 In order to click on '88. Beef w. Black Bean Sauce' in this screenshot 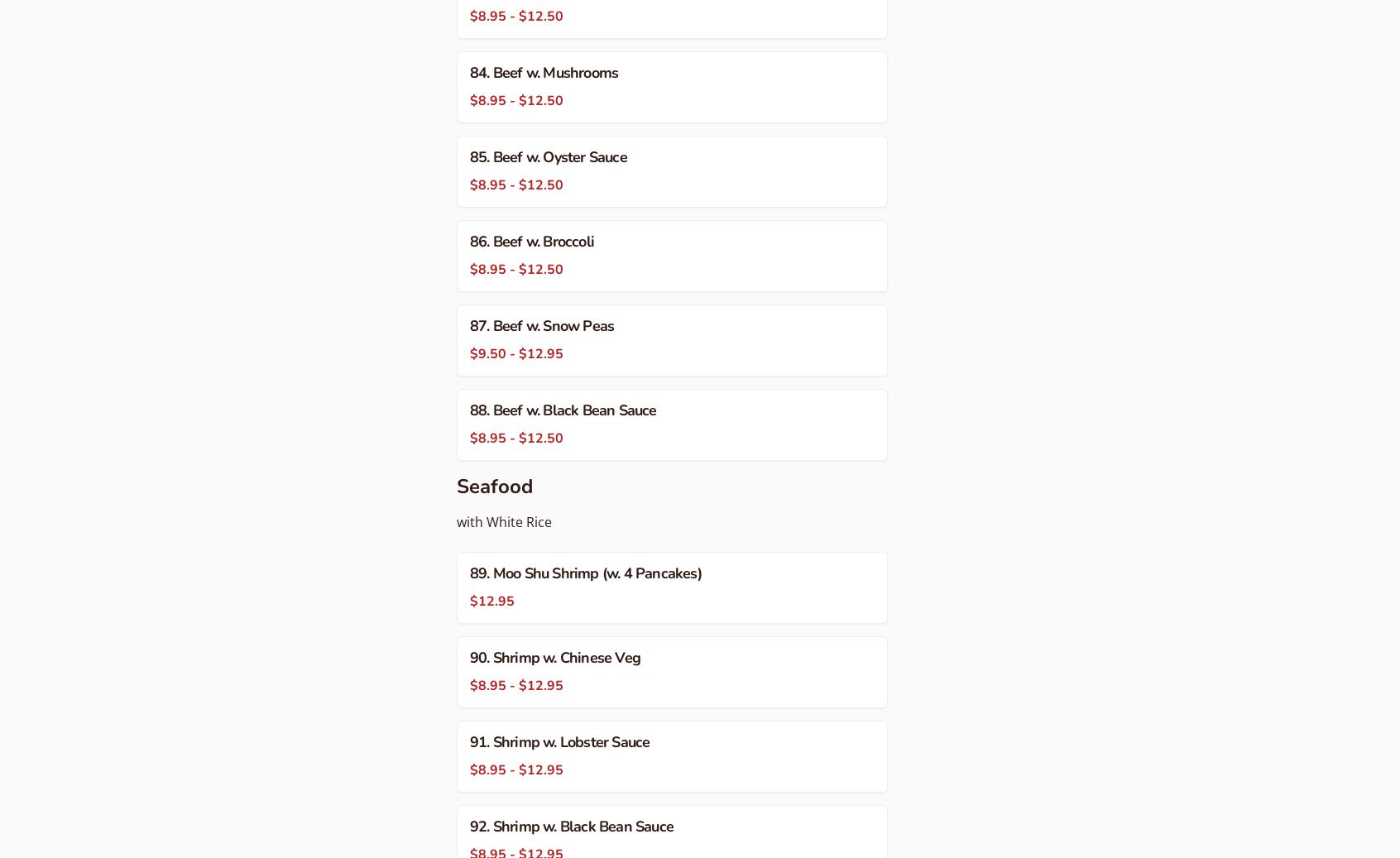, I will do `click(563, 409)`.